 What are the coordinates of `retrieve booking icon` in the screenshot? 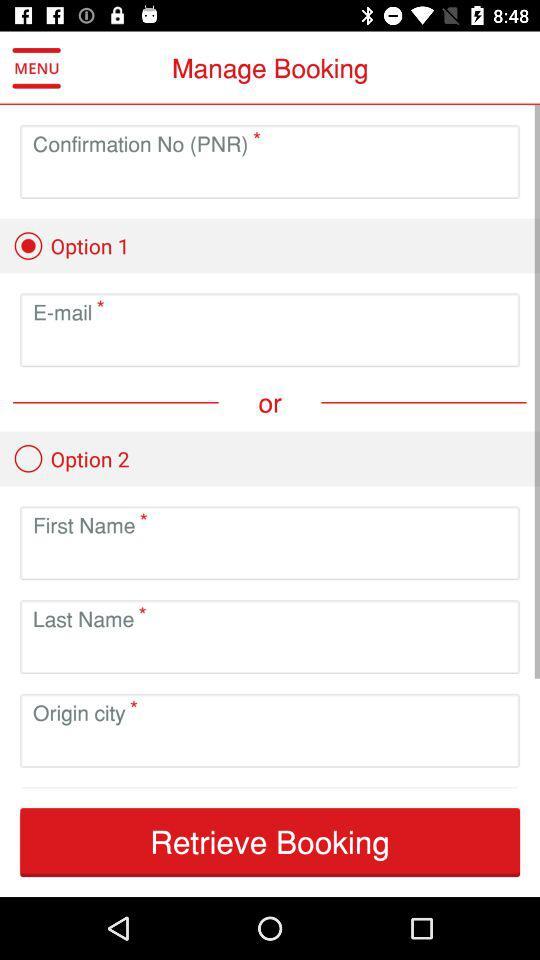 It's located at (270, 841).